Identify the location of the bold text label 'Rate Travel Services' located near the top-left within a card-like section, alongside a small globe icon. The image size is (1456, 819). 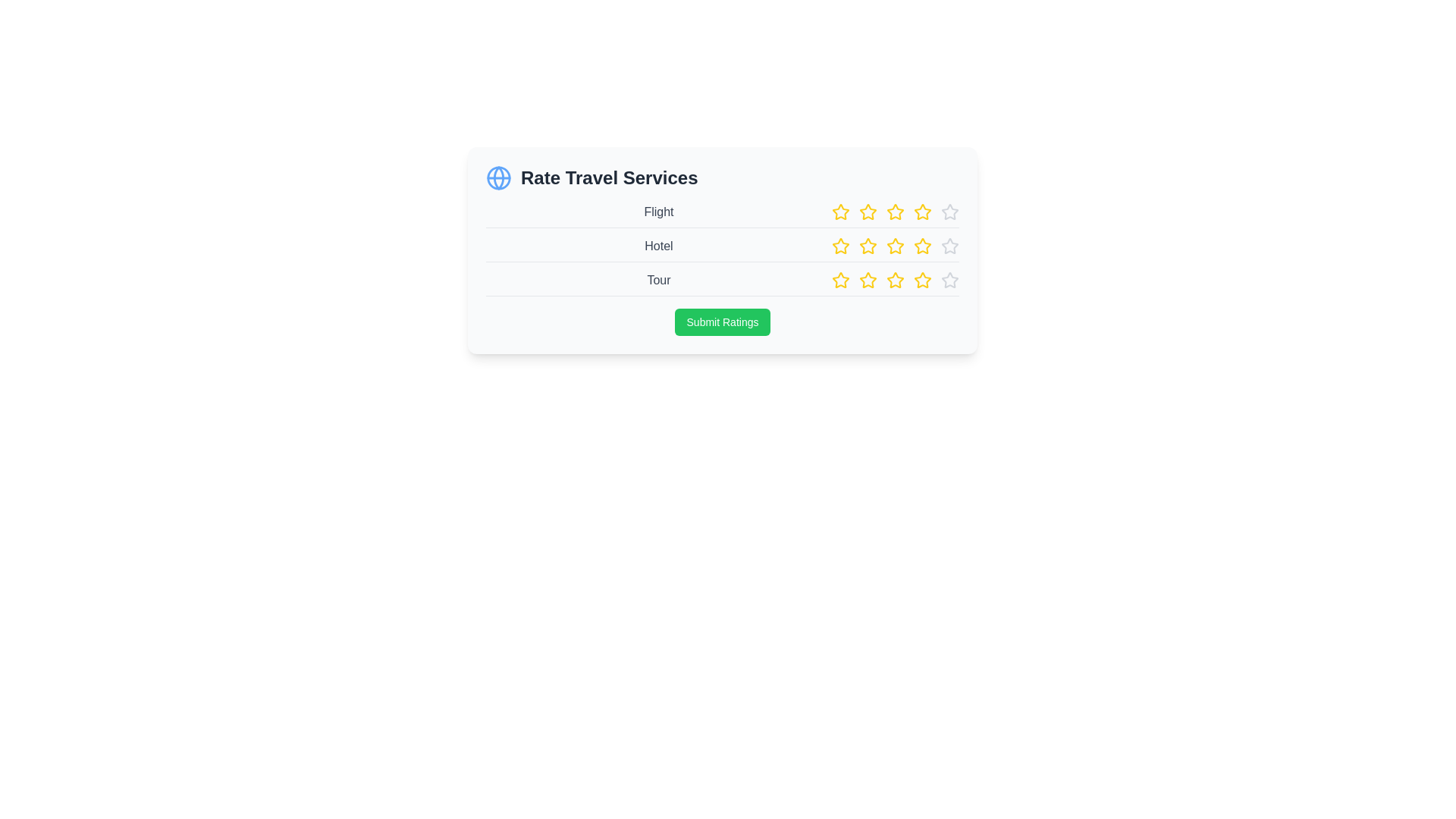
(609, 177).